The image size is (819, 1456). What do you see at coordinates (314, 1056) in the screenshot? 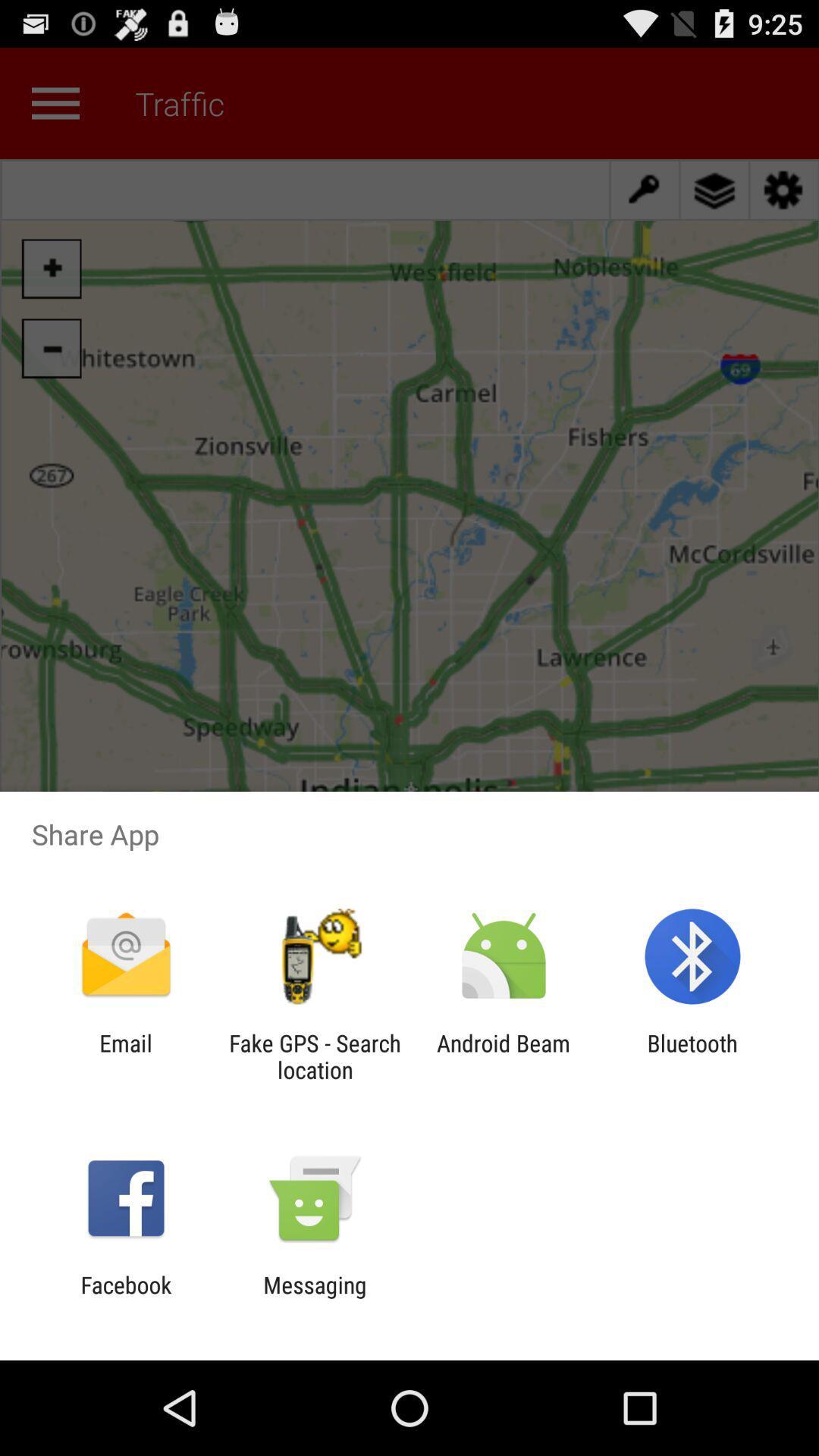
I see `icon next to android beam icon` at bounding box center [314, 1056].